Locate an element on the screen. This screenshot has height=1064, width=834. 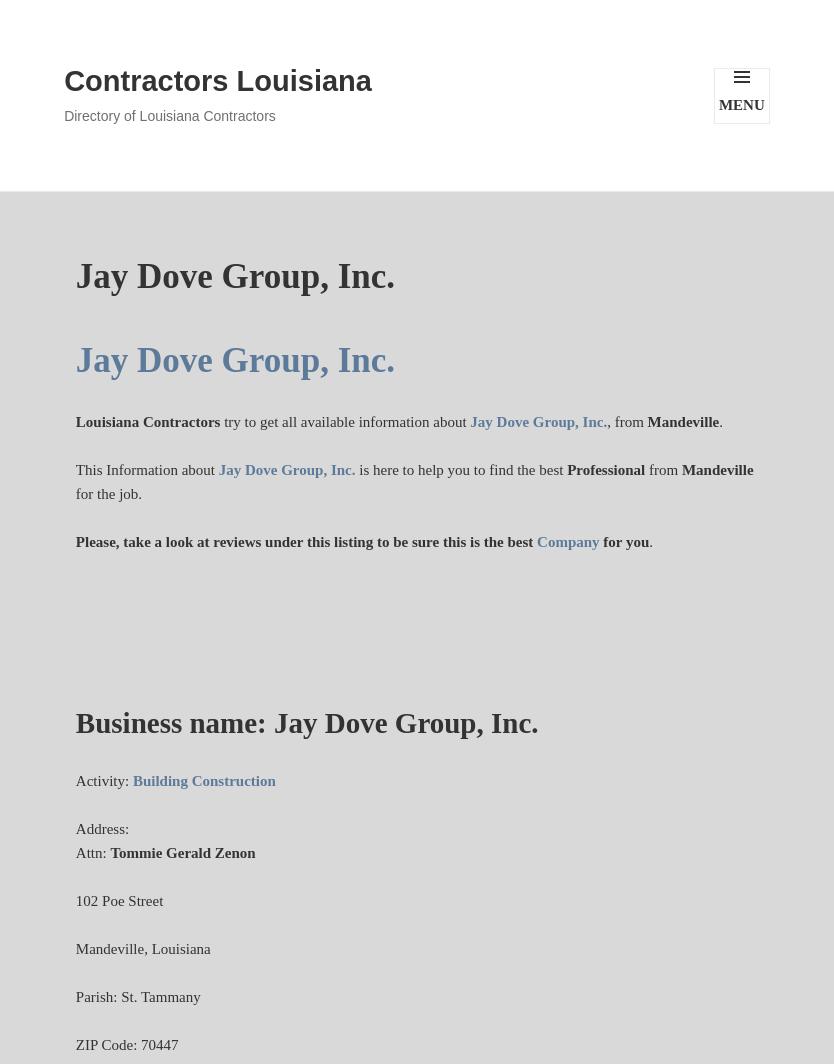
'Building Construction' is located at coordinates (131, 780).